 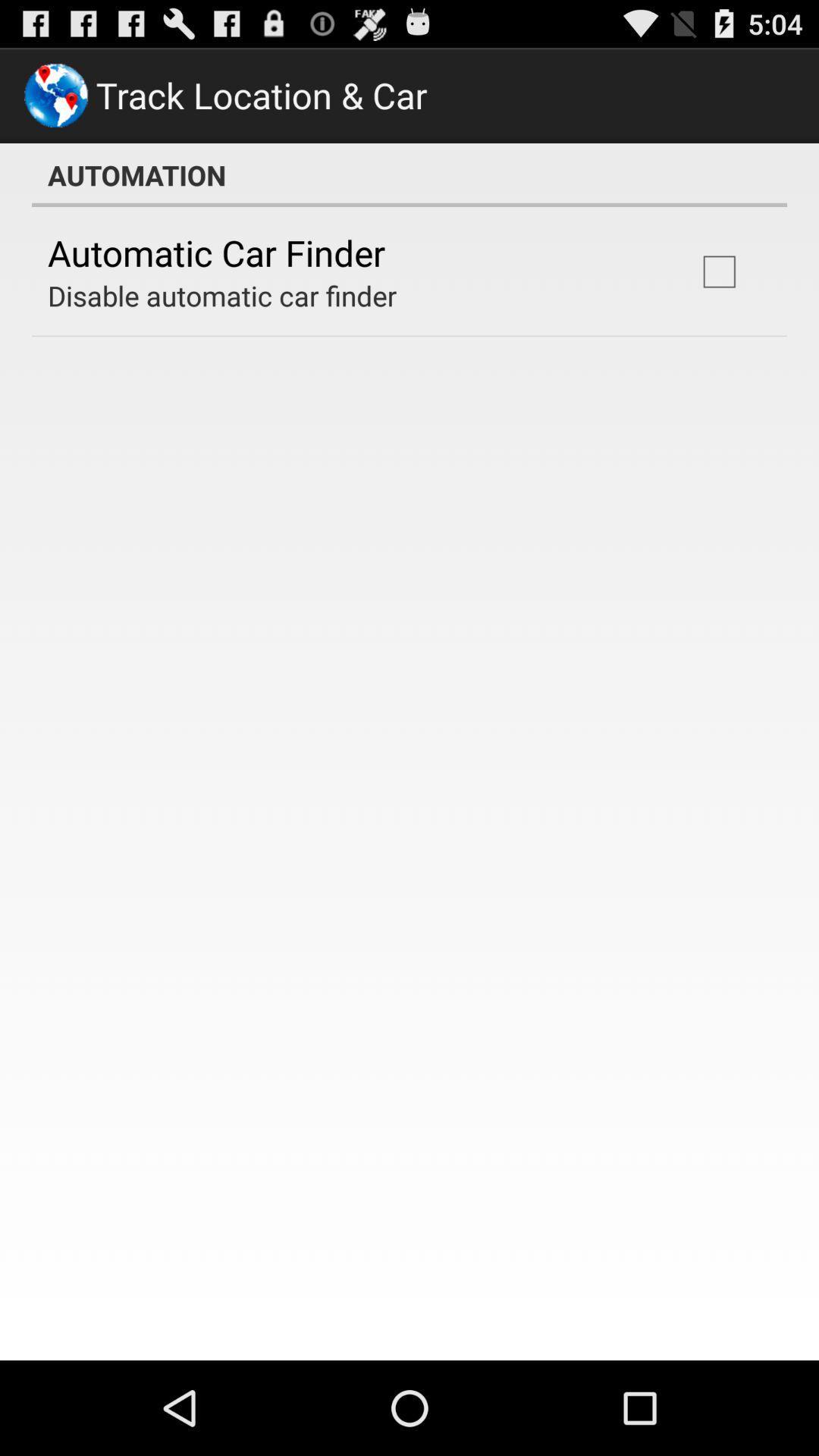 What do you see at coordinates (718, 271) in the screenshot?
I see `the item to the right of the disable automatic car` at bounding box center [718, 271].